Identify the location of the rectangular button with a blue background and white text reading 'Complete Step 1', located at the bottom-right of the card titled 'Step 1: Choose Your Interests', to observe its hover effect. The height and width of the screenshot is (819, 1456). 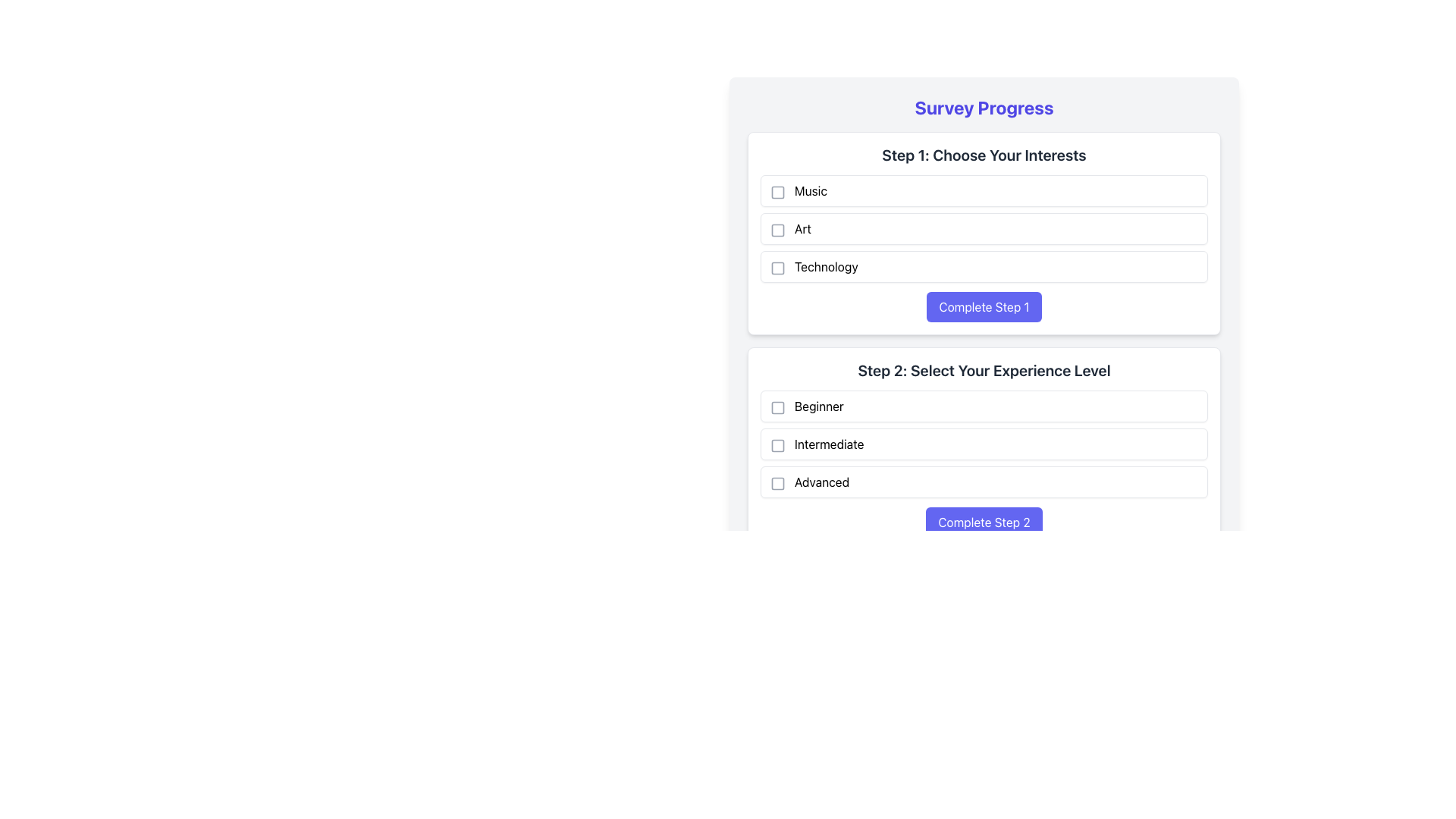
(984, 307).